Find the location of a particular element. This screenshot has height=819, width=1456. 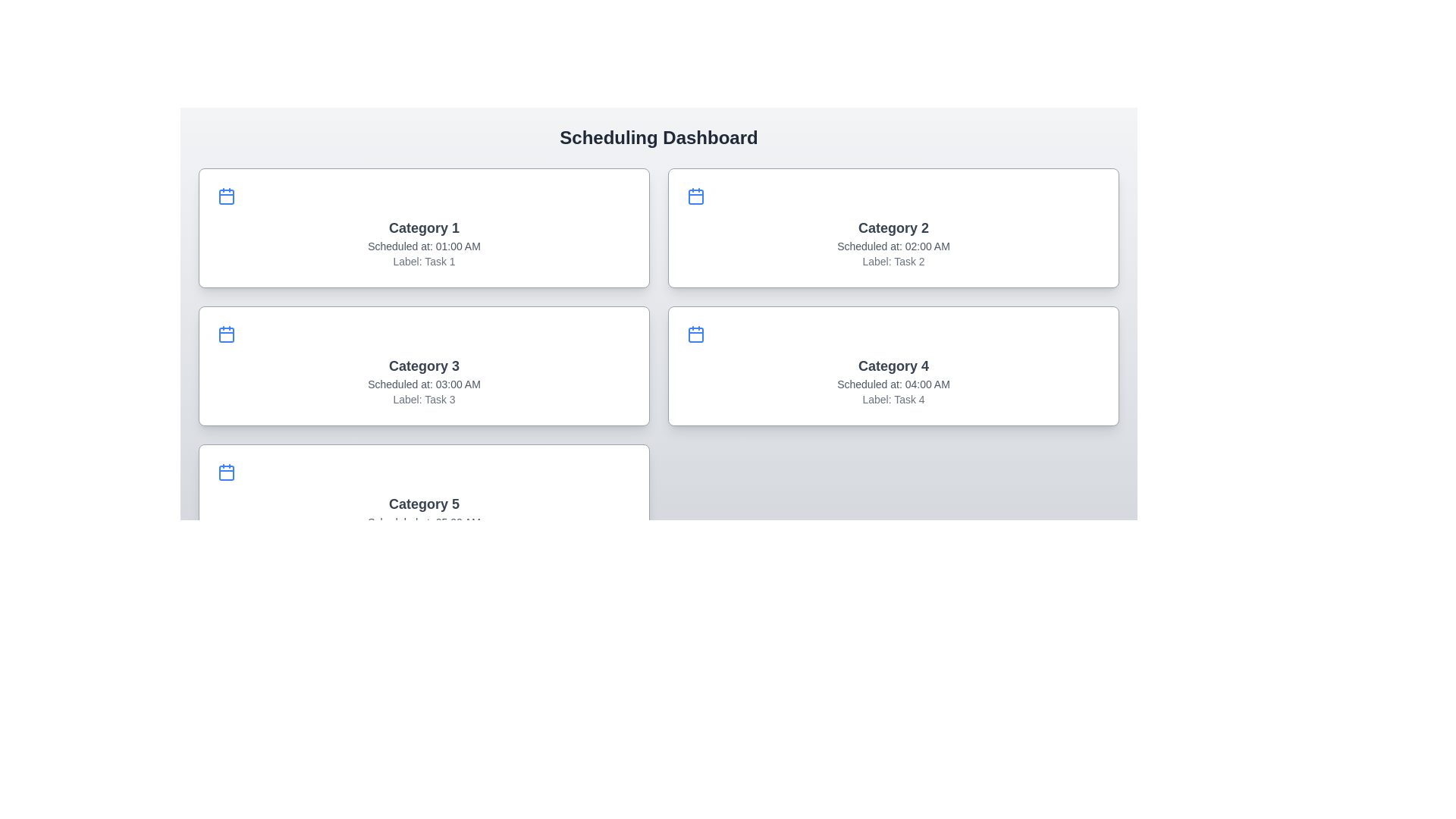

the calendar icon with a blue stroke located in the top-left corner of the section containing 'Category 5', 'Scheduled at: 05:00 AM', and 'Label: Task 5' is located at coordinates (225, 472).